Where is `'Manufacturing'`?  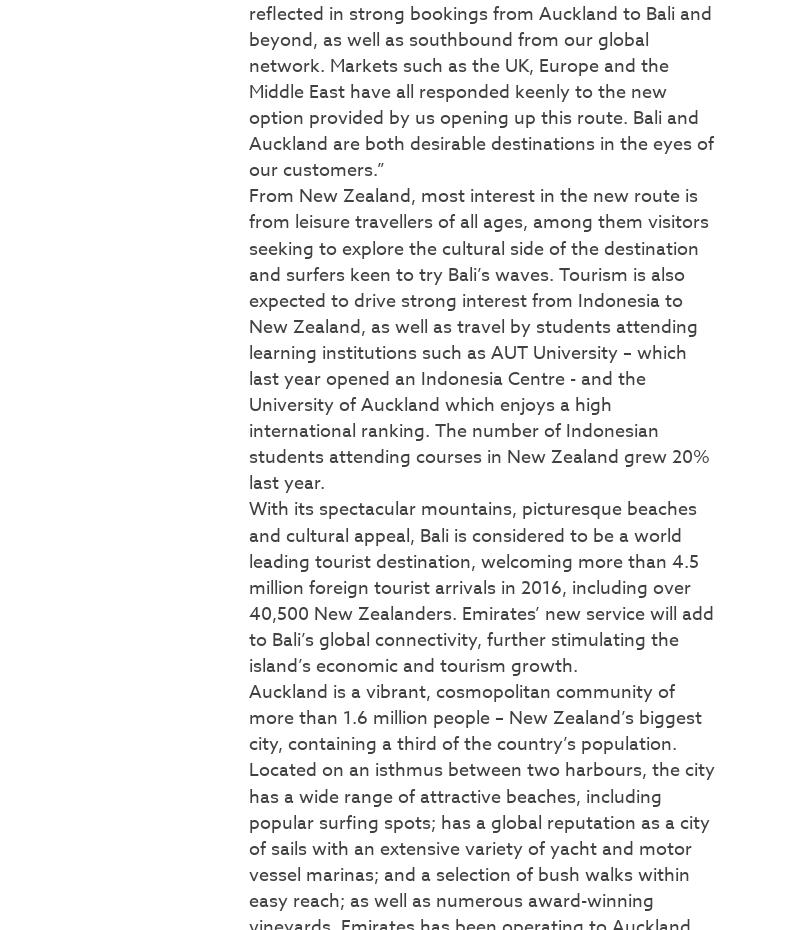 'Manufacturing' is located at coordinates (144, 276).